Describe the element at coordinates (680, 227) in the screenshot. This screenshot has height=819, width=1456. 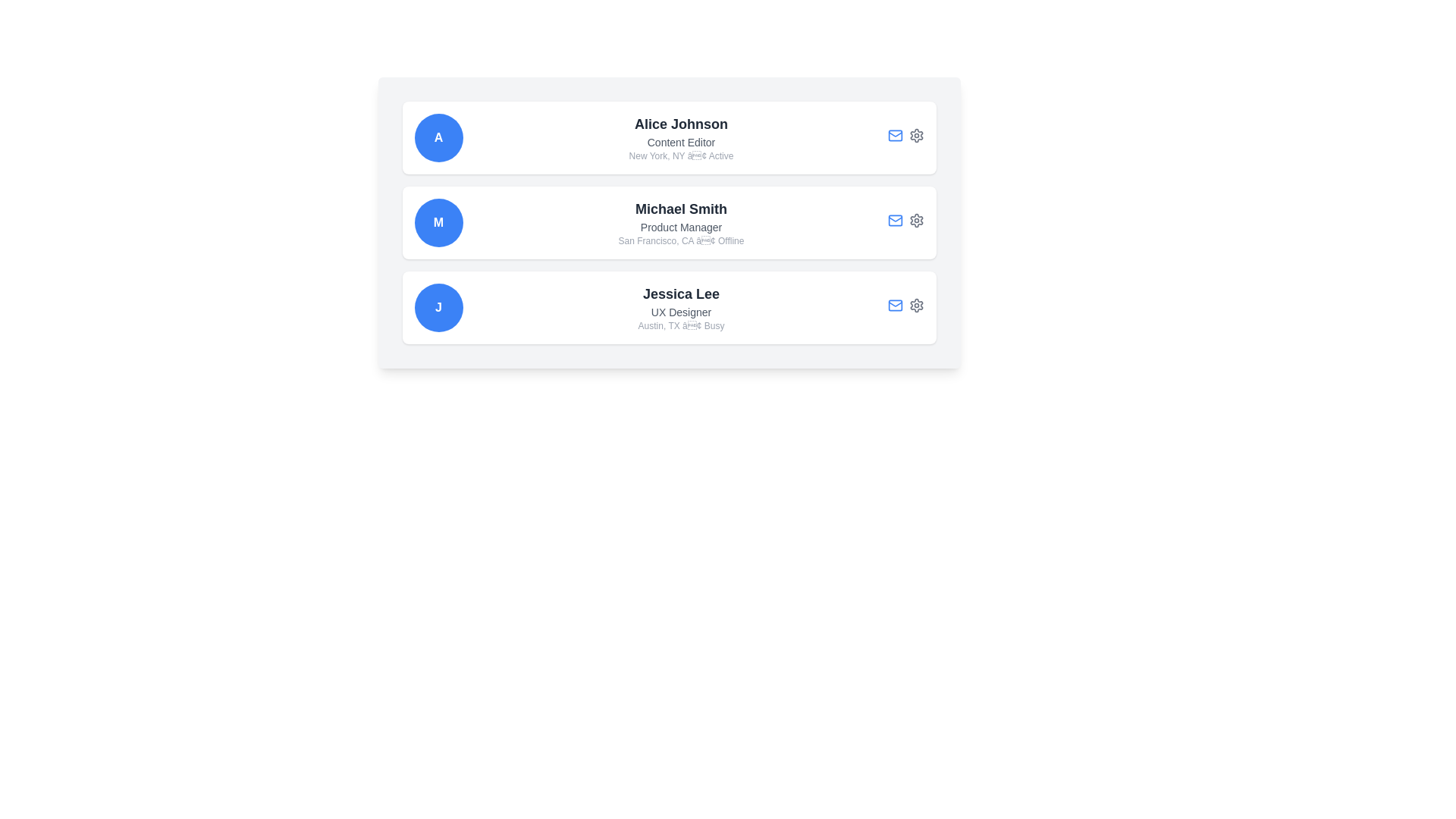
I see `the static text label that describes the professional role or job title of 'Michael Smith', positioned below the name and above the location and status text` at that location.